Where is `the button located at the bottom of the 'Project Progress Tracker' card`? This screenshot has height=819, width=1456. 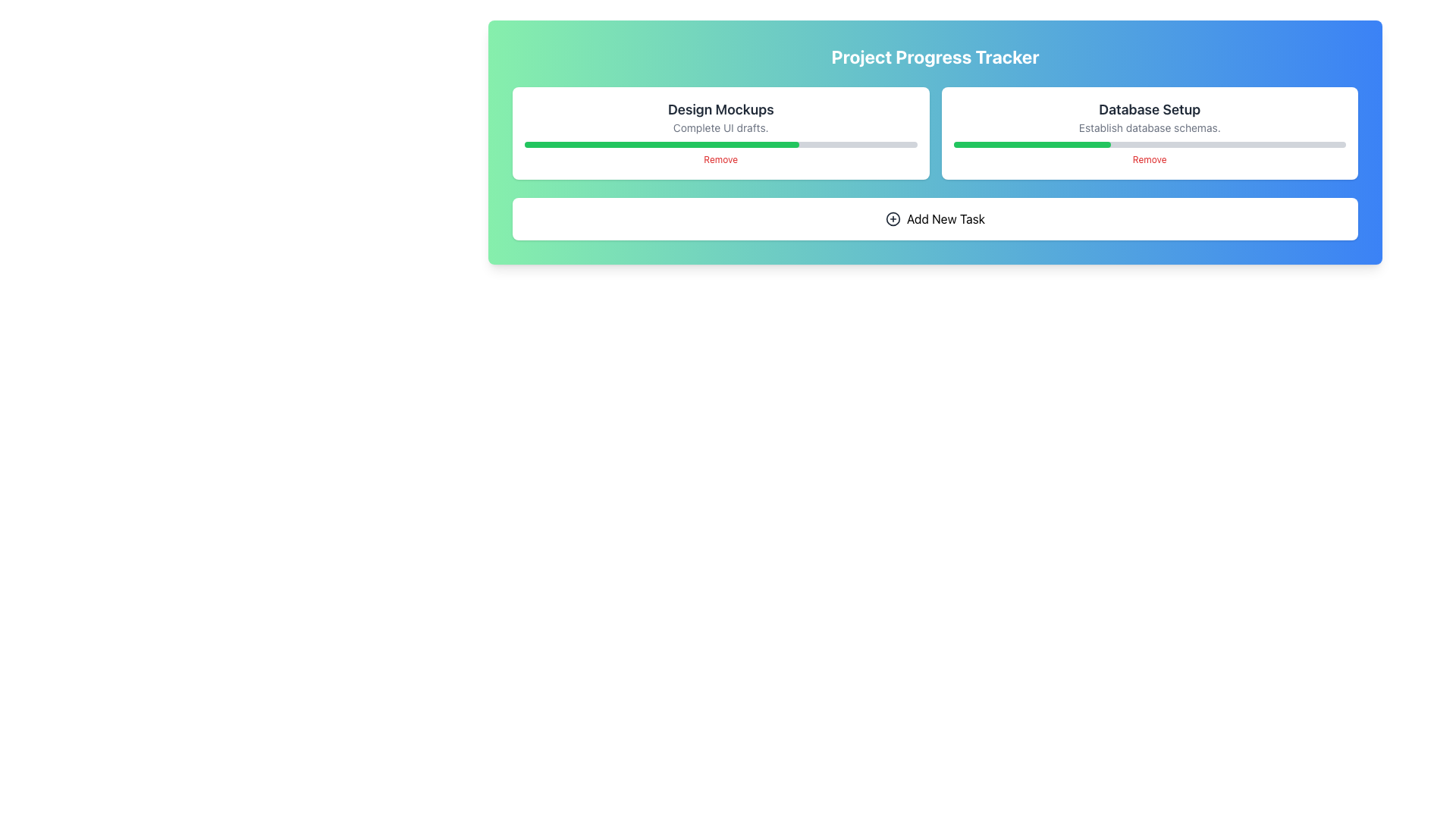 the button located at the bottom of the 'Project Progress Tracker' card is located at coordinates (934, 219).